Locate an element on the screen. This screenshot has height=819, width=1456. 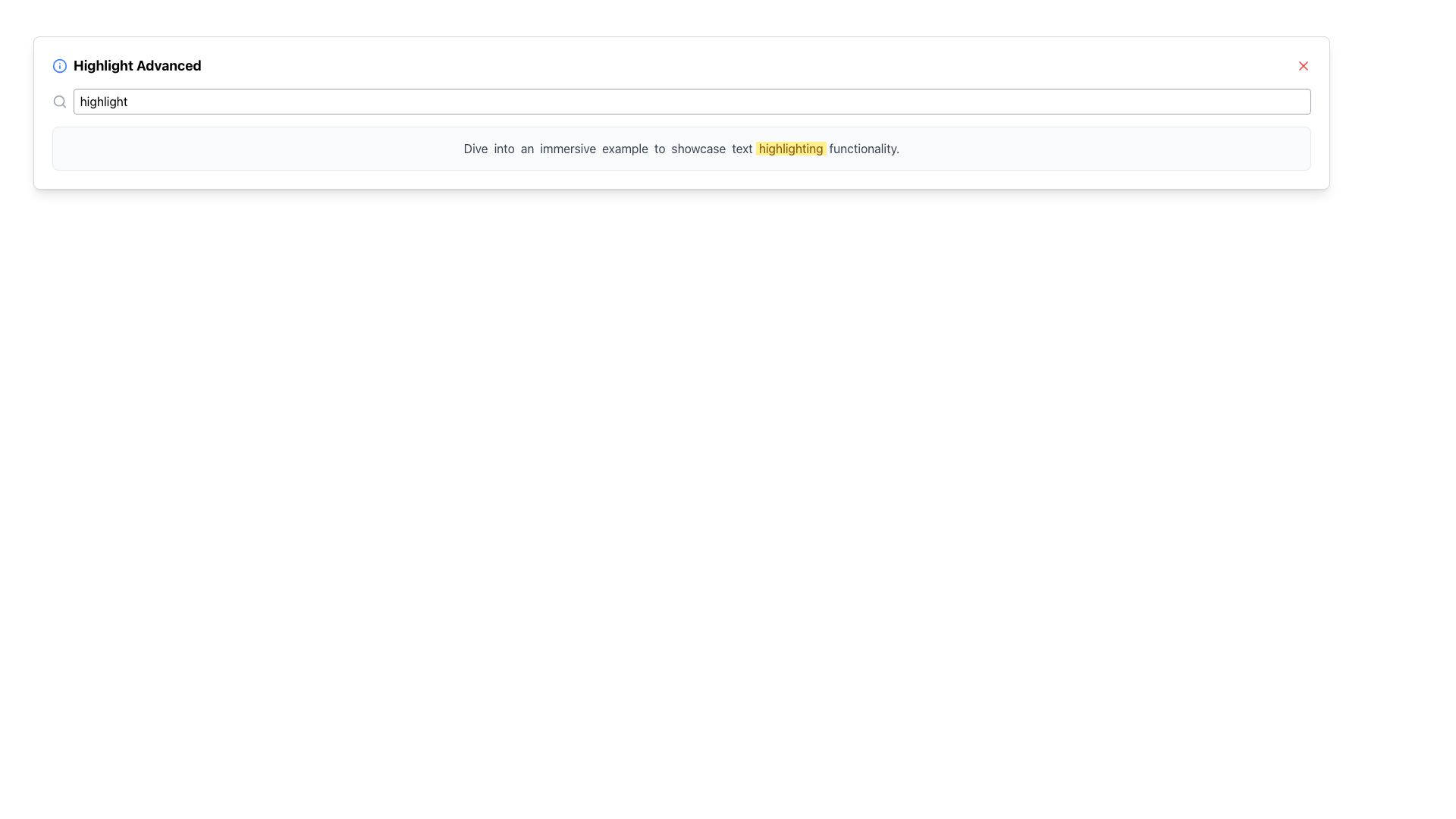
the Label element that serves as a title or header located at the top-left section of the interface is located at coordinates (127, 65).